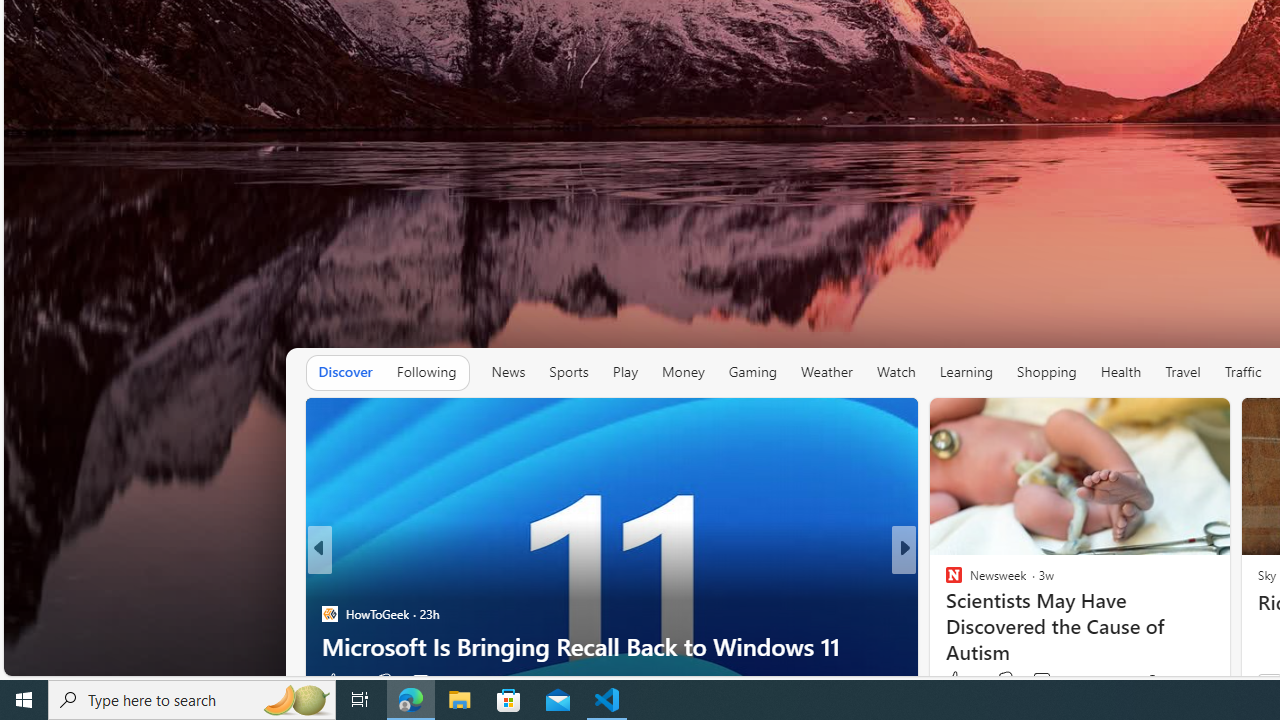 The width and height of the screenshot is (1280, 720). I want to click on 'View comments 23 Comment', so click(1041, 680).